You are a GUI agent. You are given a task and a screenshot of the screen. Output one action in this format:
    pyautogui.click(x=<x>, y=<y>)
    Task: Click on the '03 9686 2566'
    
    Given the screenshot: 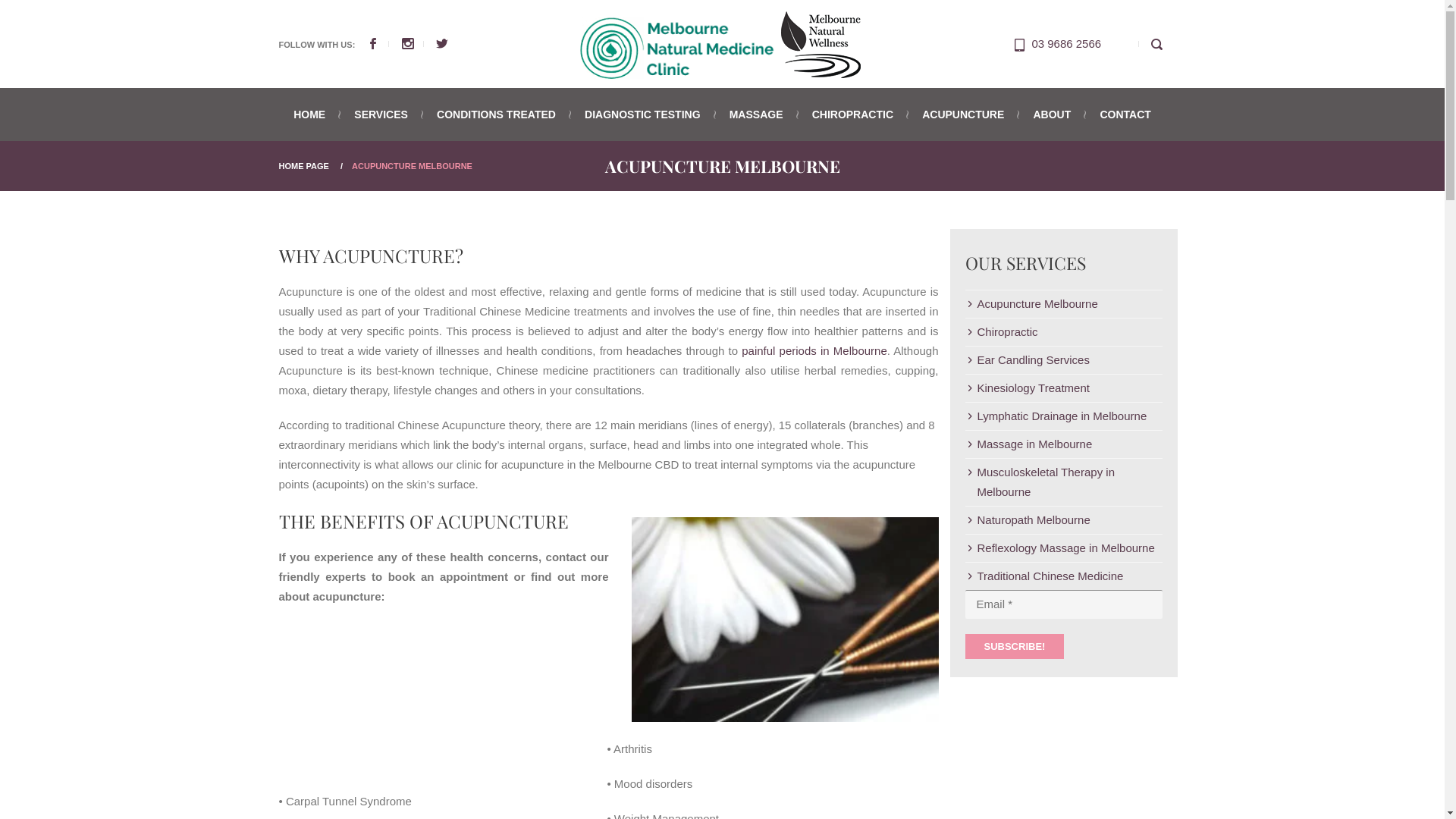 What is the action you would take?
    pyautogui.click(x=1021, y=42)
    